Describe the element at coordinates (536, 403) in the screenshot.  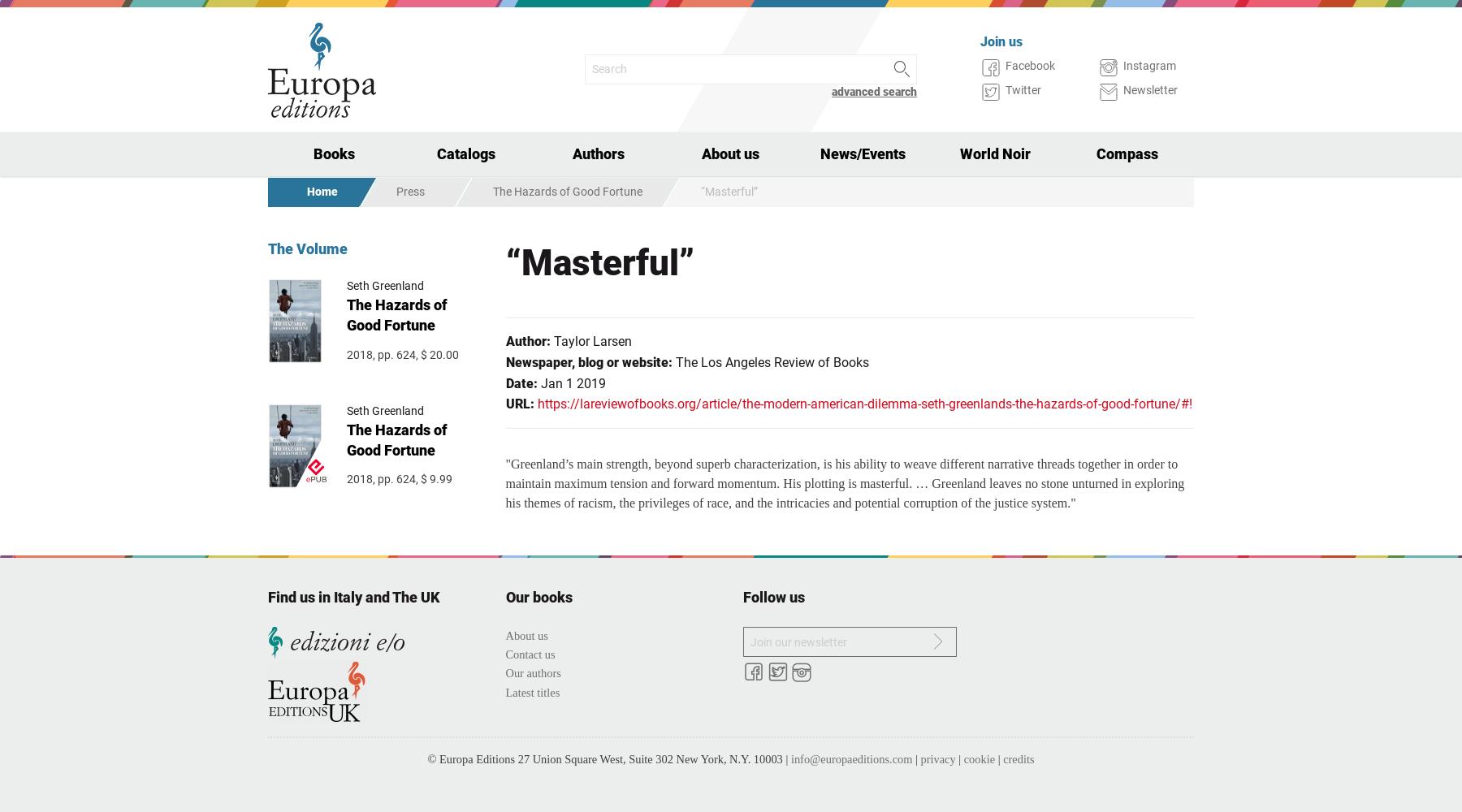
I see `'https://lareviewofbooks.org/article/the-modern-american-dilemma-seth-greenlands-the-hazards-of-good-fortune/#!'` at that location.